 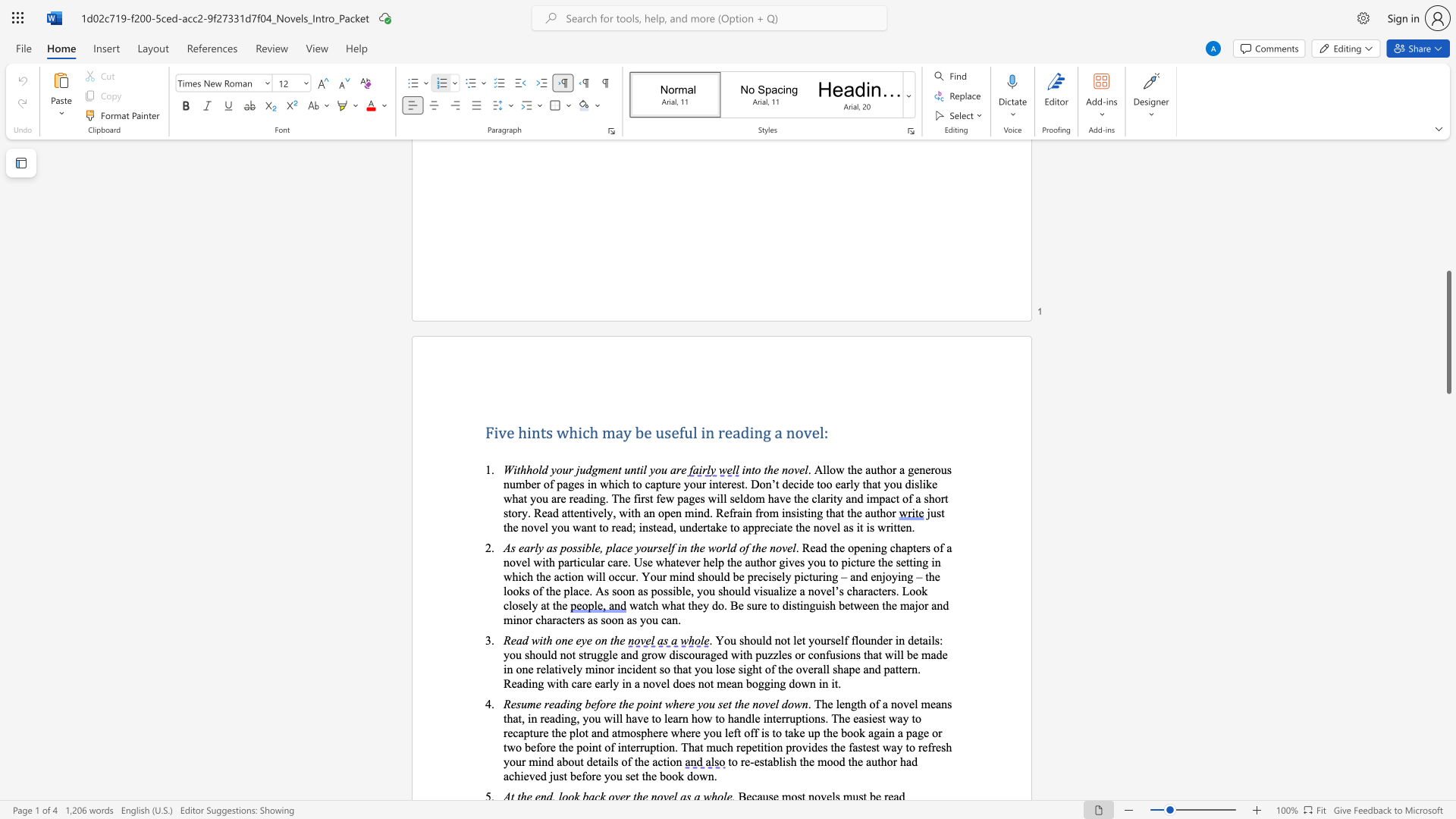 I want to click on the 3th character "o" in the text, so click(x=591, y=717).